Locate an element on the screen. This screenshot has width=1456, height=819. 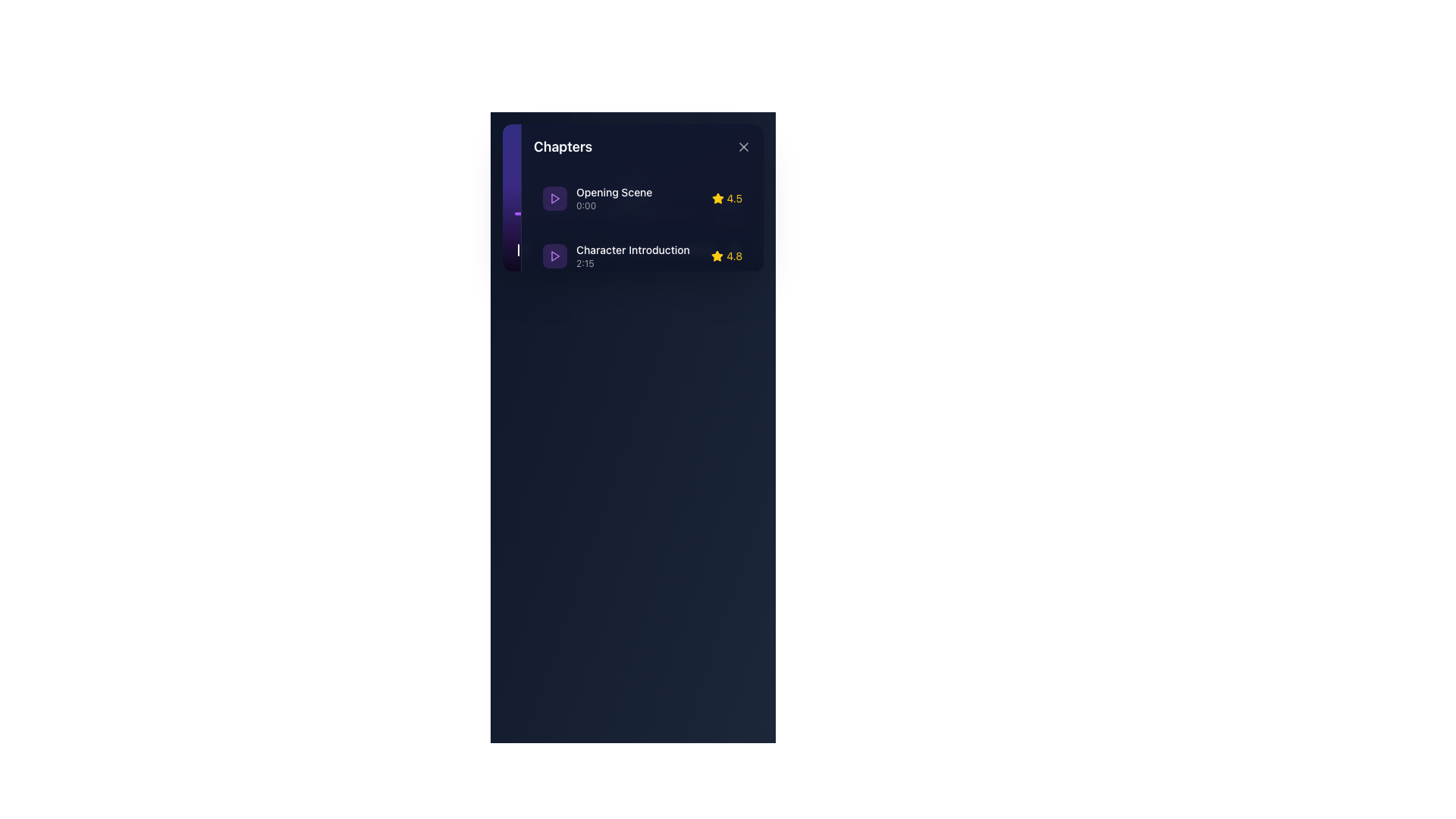
the close button located in the top-right corner of the 'Chapters' overlay section is located at coordinates (743, 146).